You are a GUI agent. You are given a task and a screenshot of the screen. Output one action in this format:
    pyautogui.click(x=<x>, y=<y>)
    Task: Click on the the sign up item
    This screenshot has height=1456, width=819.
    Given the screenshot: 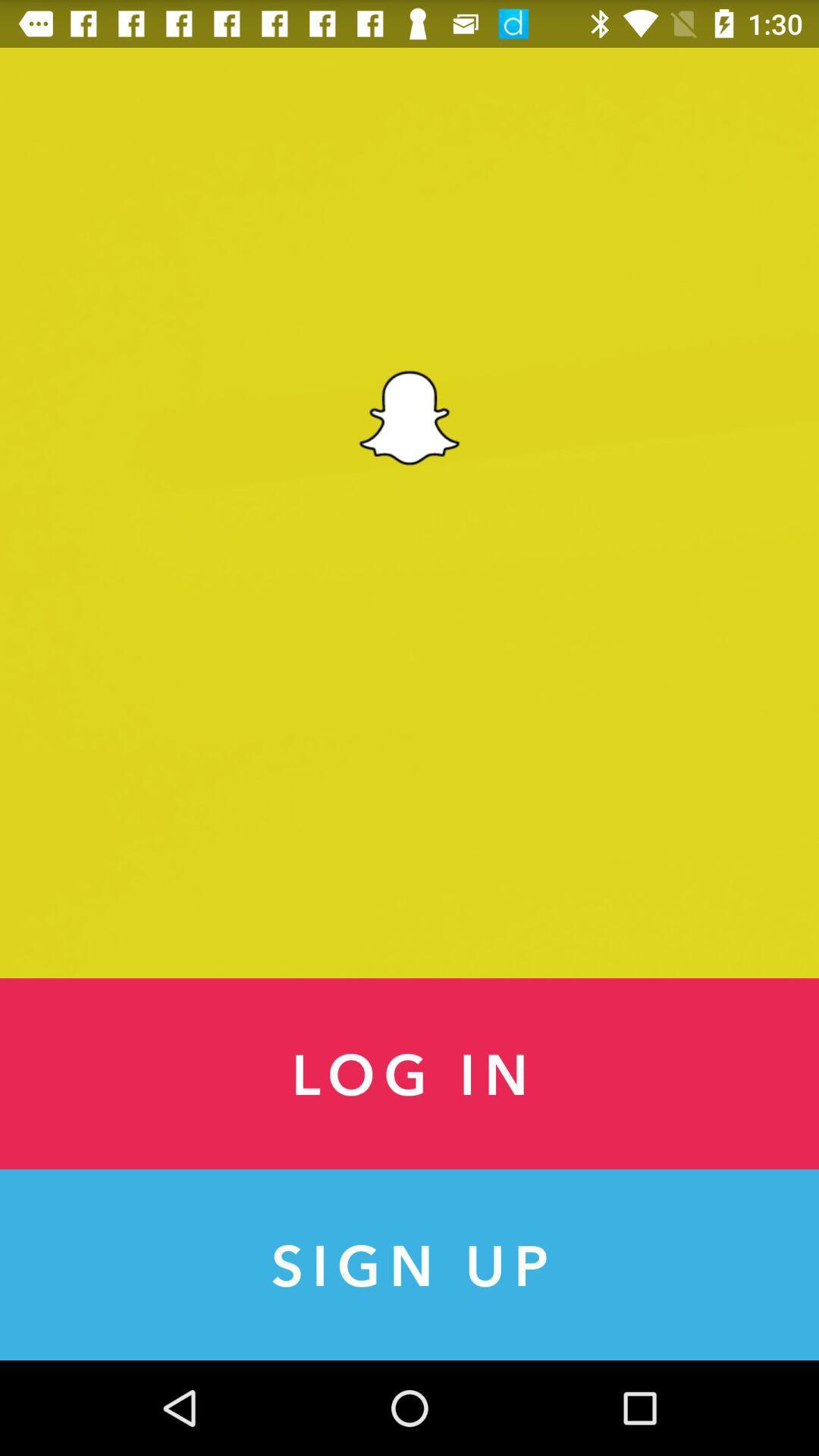 What is the action you would take?
    pyautogui.click(x=409, y=1265)
    